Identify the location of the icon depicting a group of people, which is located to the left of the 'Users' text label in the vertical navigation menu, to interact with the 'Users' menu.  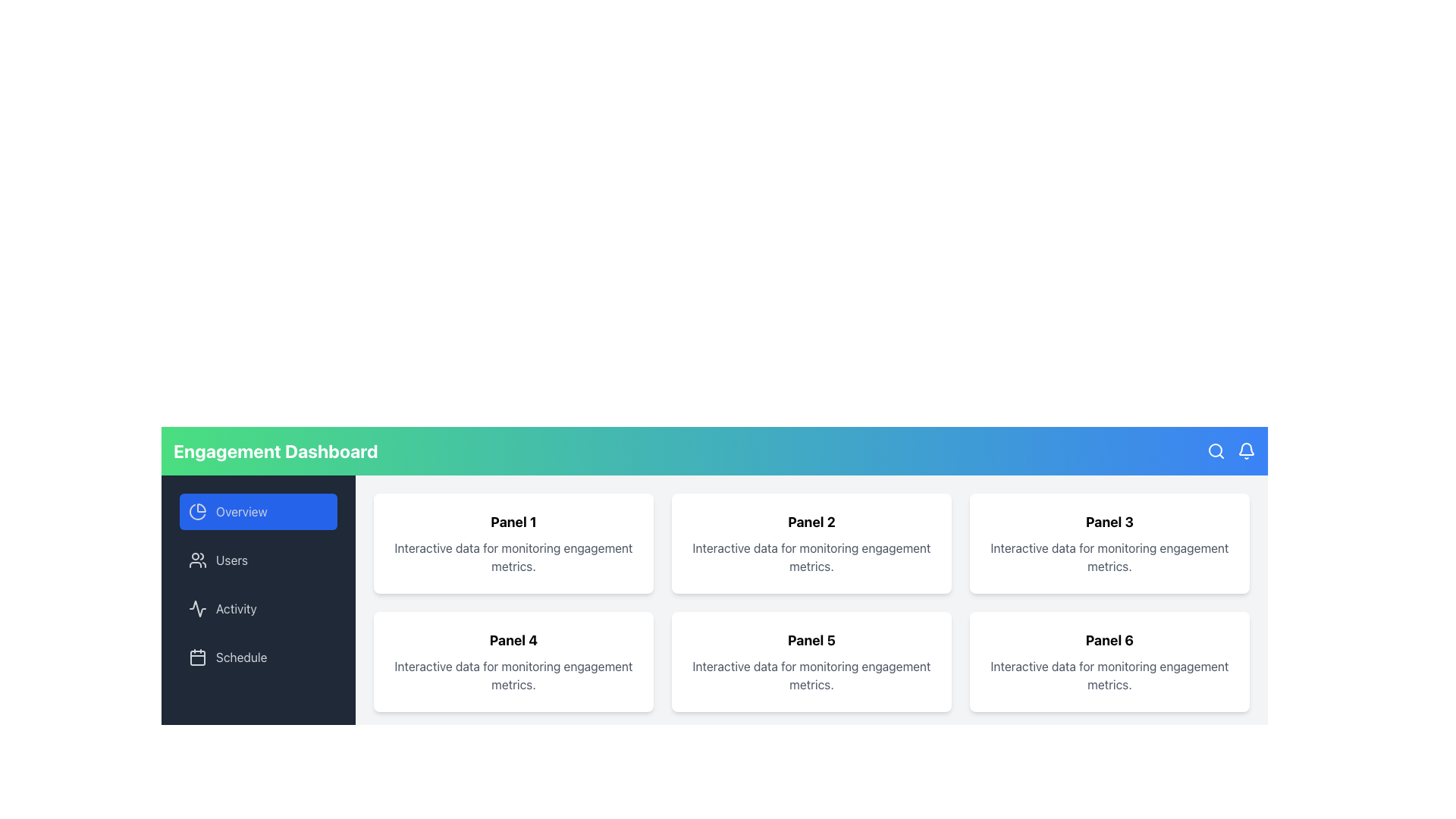
(196, 560).